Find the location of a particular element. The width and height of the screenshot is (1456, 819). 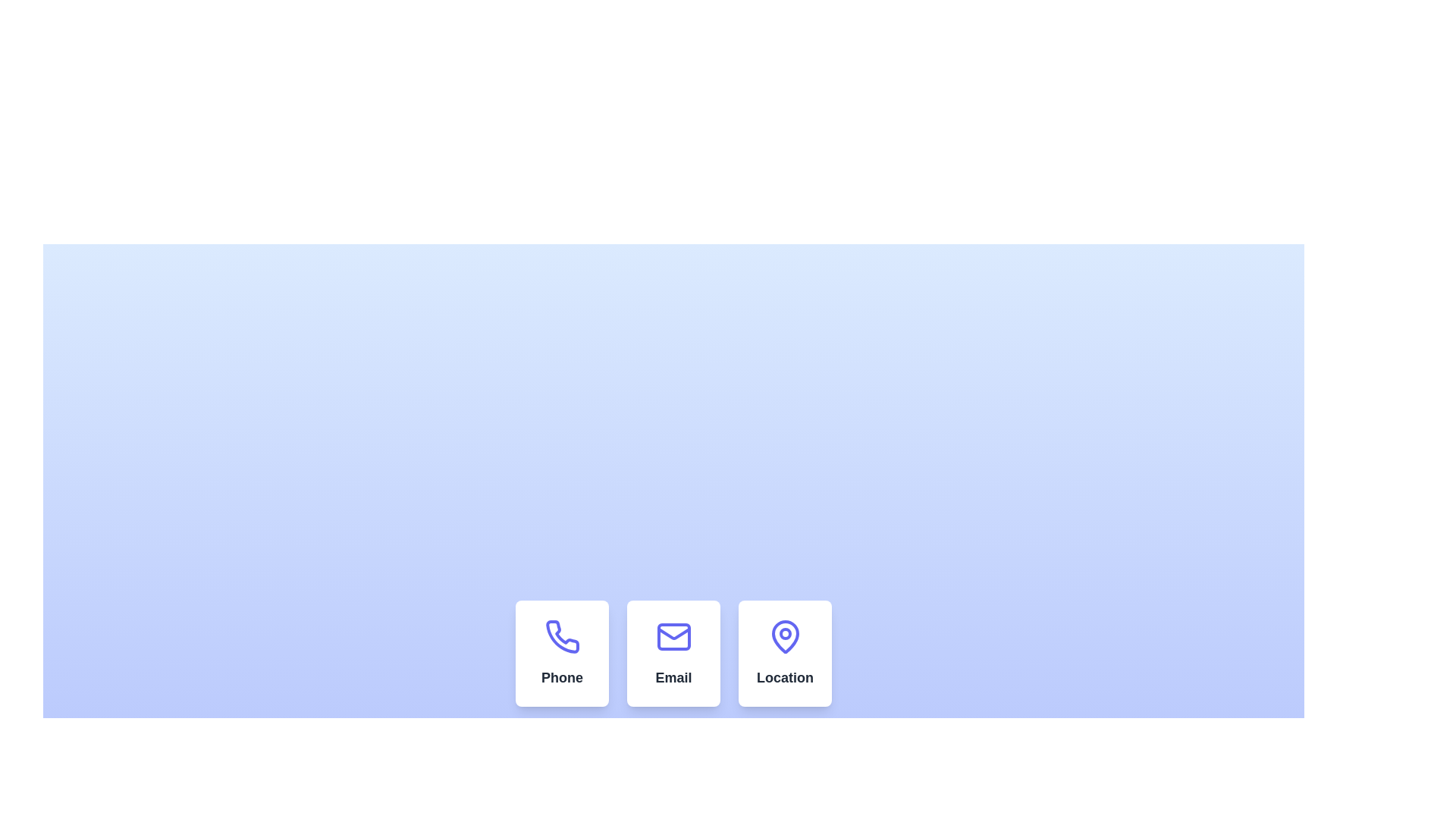

the rightmost card in a row of three cards, which provides information related to a location is located at coordinates (785, 652).